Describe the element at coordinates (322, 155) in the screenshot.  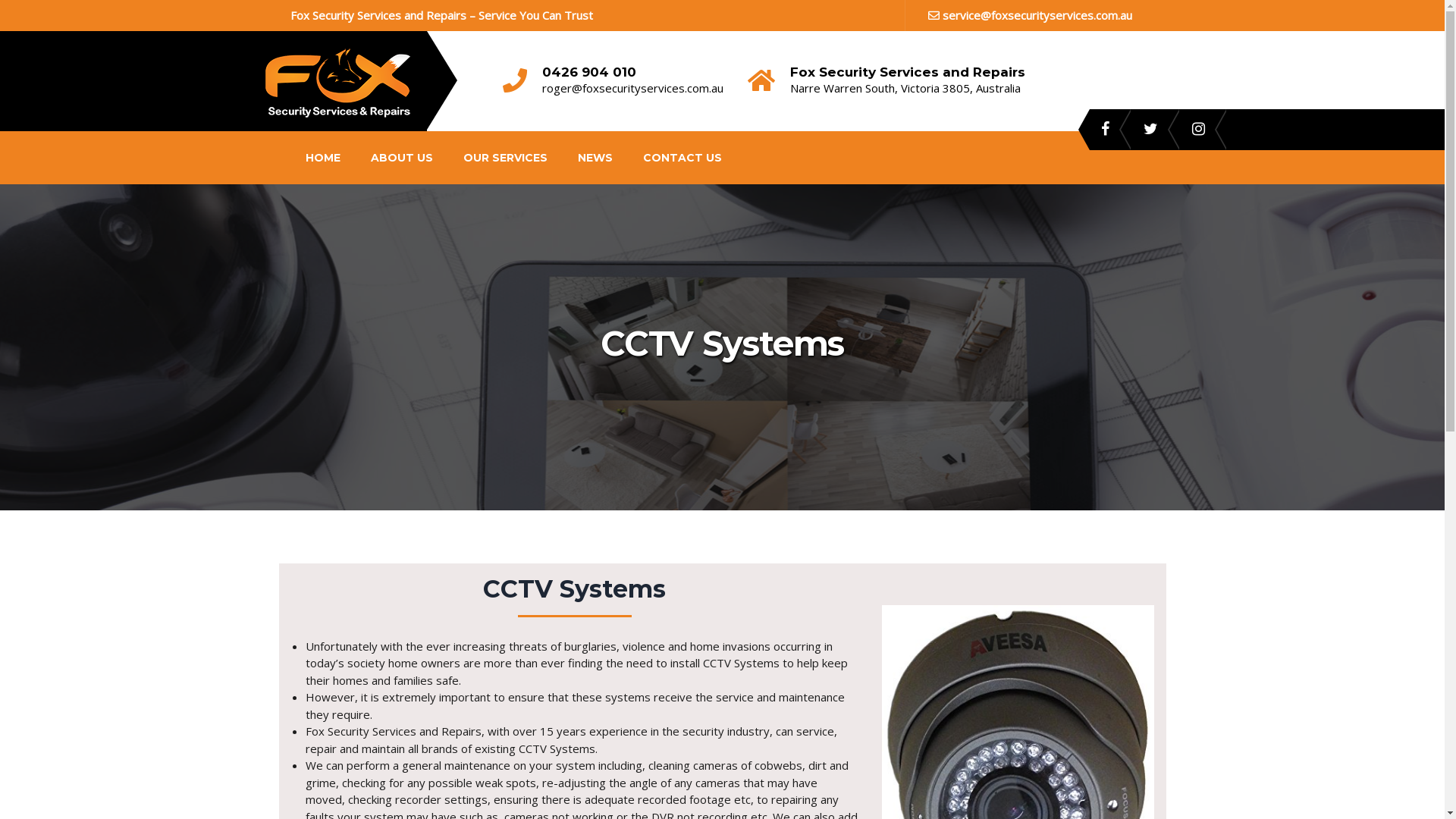
I see `'HOME'` at that location.